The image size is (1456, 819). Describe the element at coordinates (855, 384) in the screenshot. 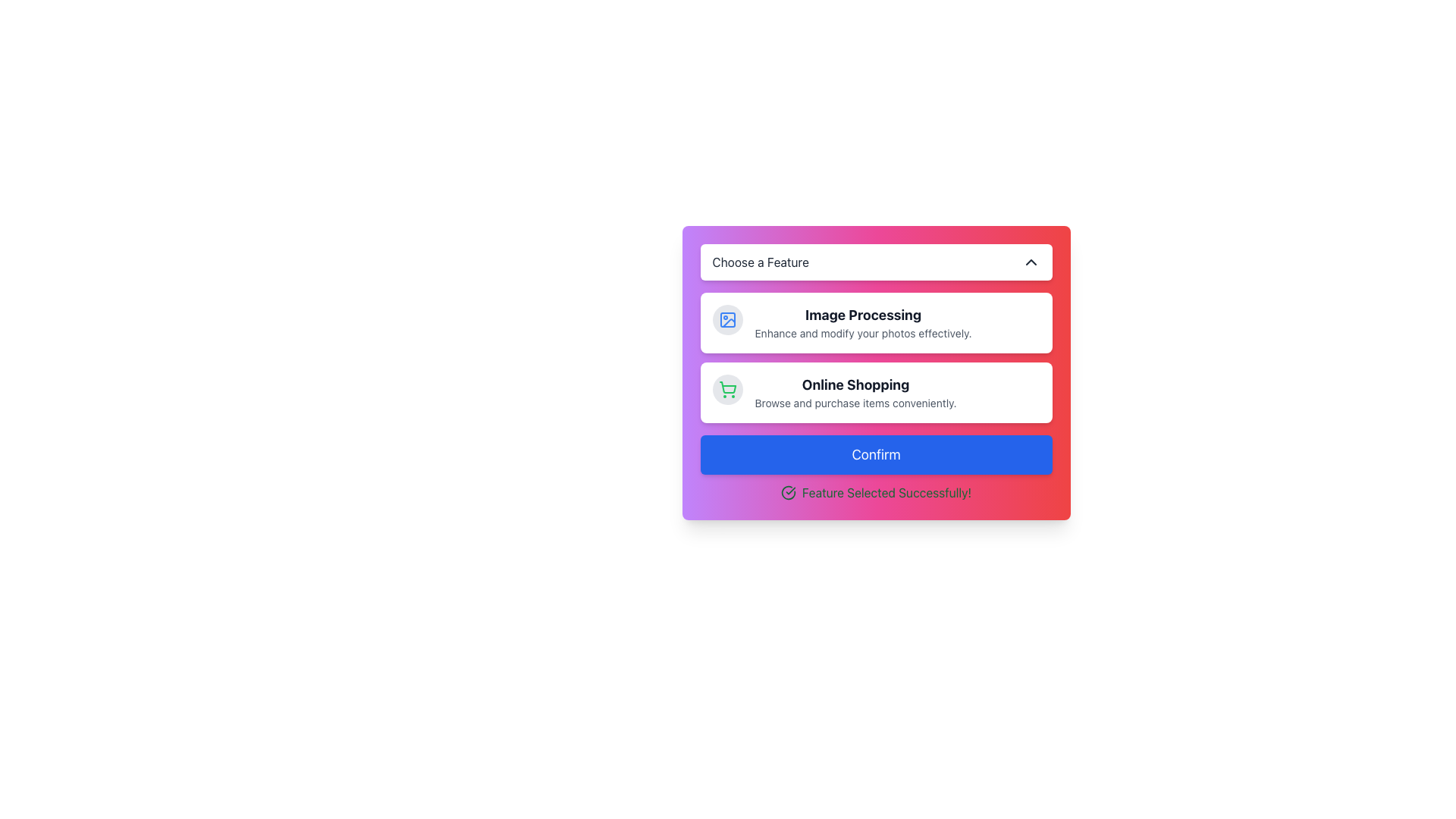

I see `the Text label that serves as a heading for the section above the 'Browse and purchase items conveniently.' text to trigger a tooltip or style change` at that location.